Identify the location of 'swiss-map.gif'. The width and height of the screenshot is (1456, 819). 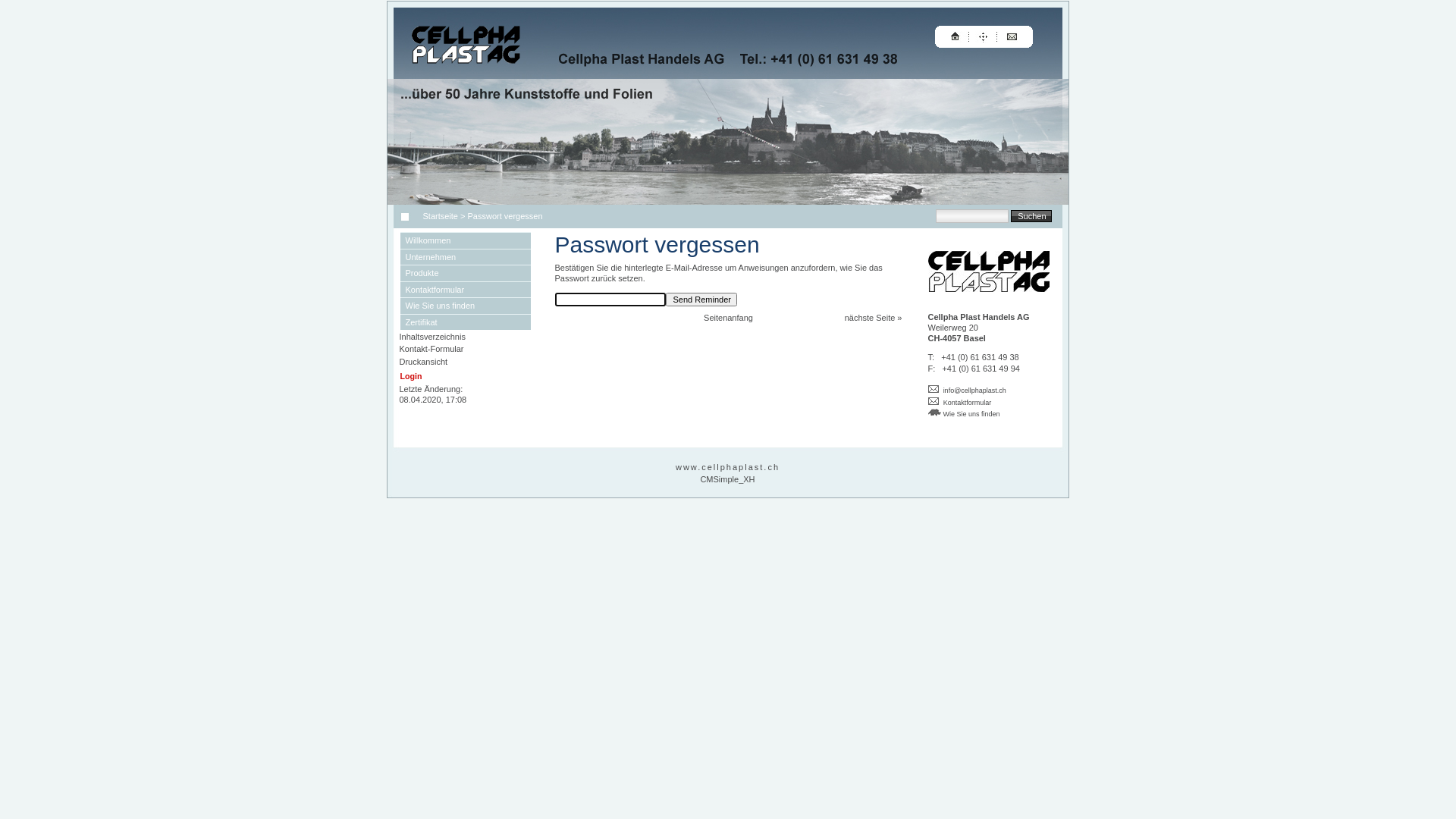
(934, 412).